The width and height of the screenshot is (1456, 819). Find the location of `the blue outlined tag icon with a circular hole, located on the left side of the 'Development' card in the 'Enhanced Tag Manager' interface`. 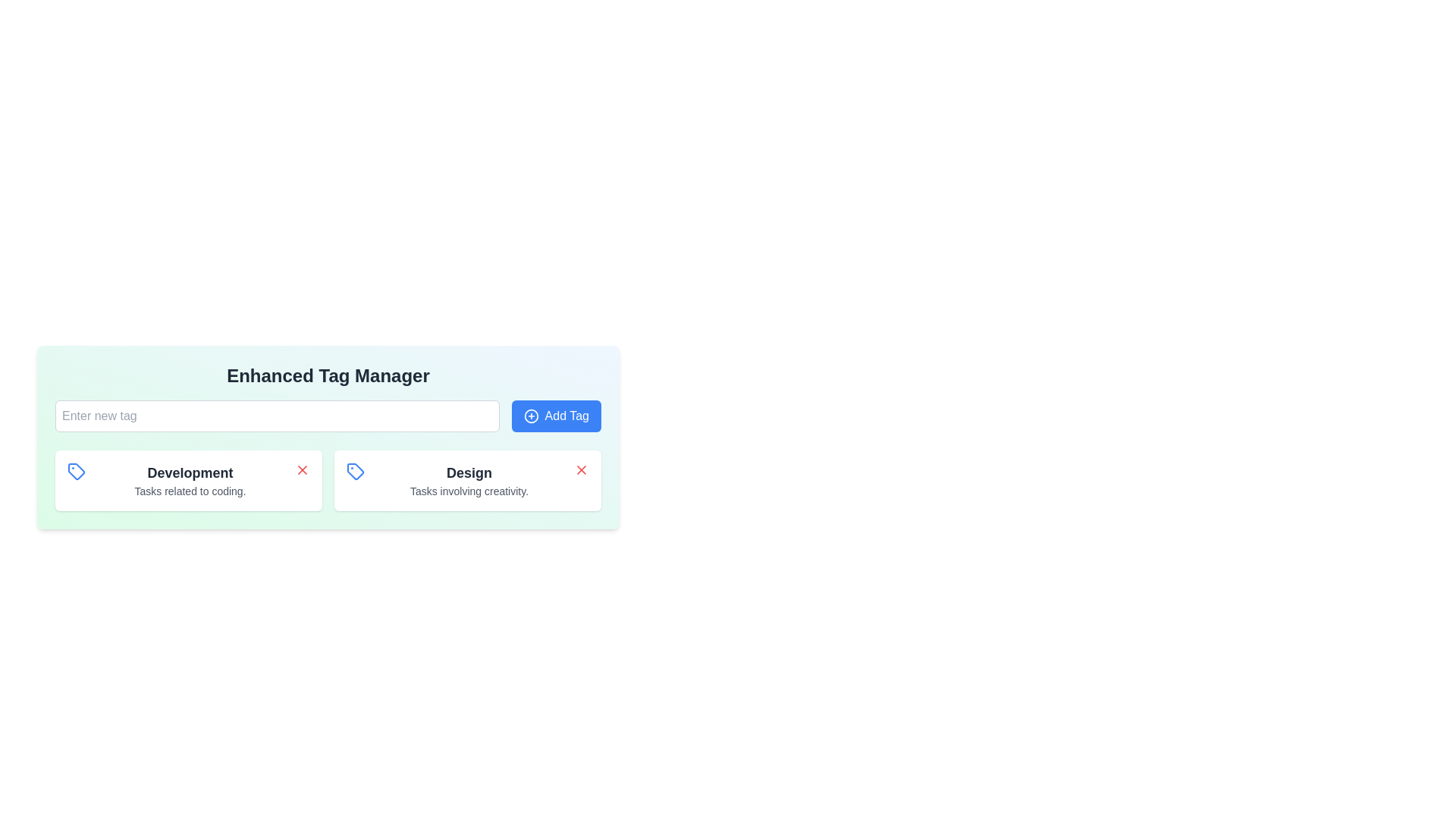

the blue outlined tag icon with a circular hole, located on the left side of the 'Development' card in the 'Enhanced Tag Manager' interface is located at coordinates (75, 470).